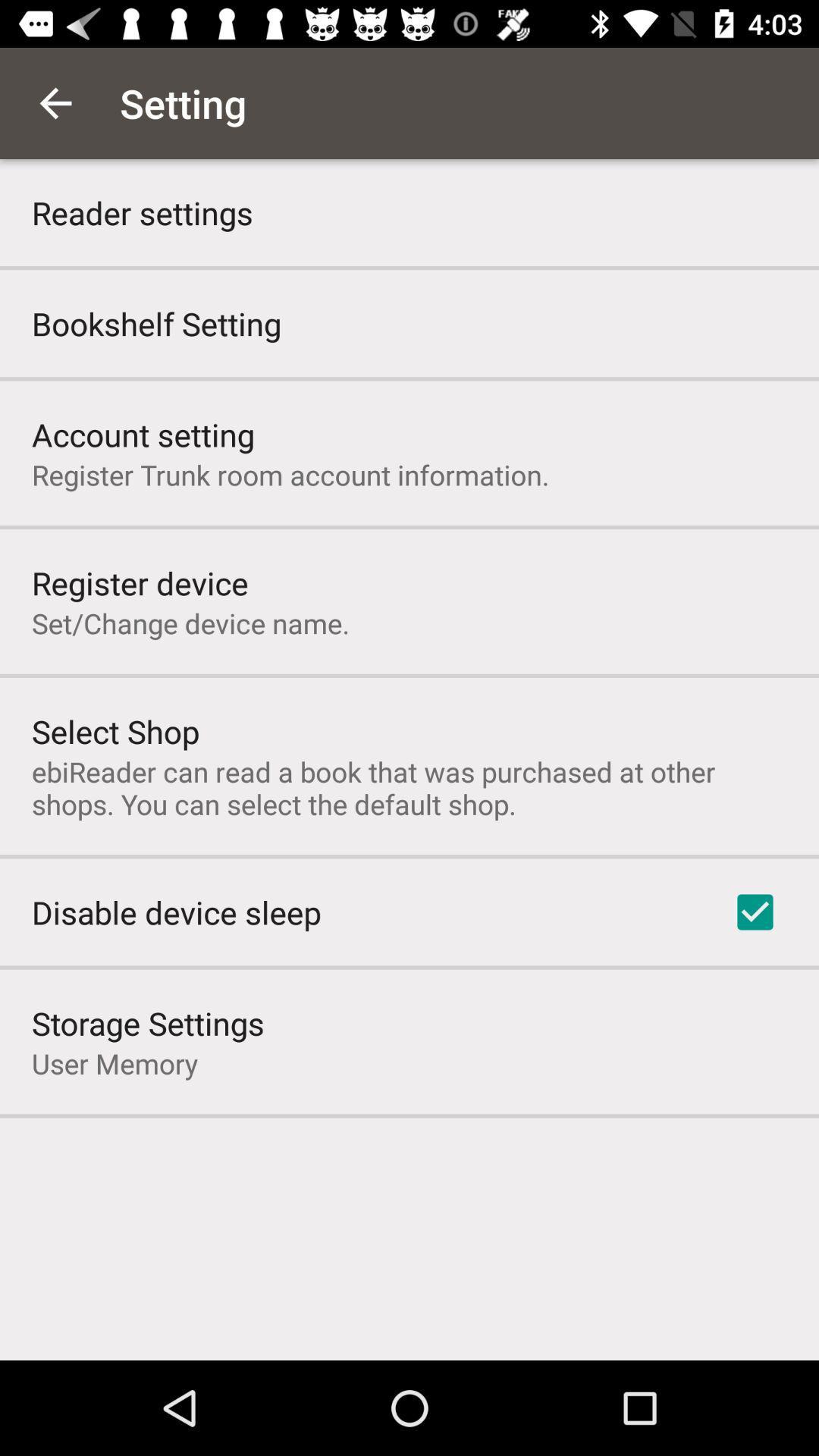 This screenshot has width=819, height=1456. What do you see at coordinates (142, 212) in the screenshot?
I see `reader settings app` at bounding box center [142, 212].